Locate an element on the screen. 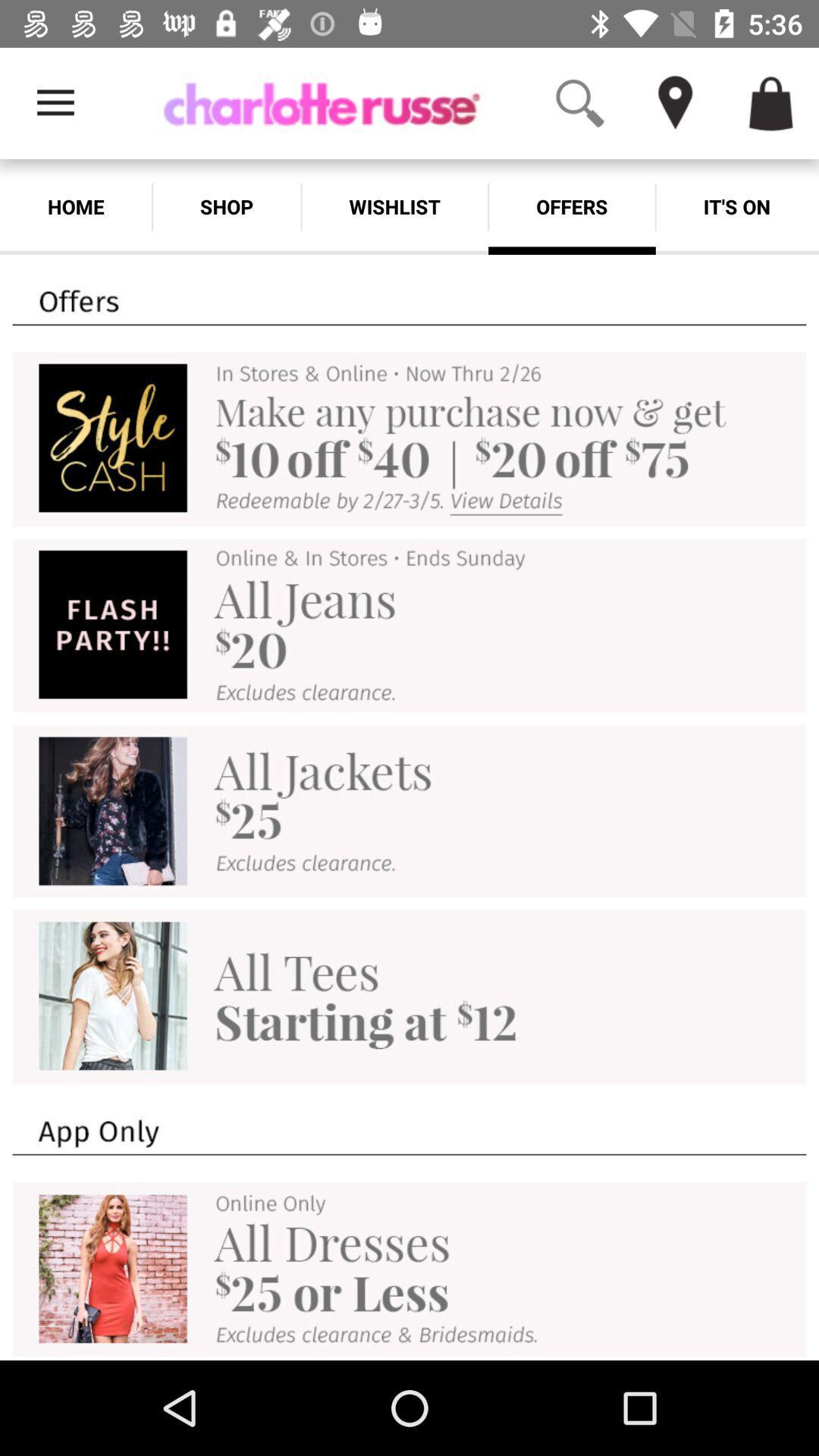 The height and width of the screenshot is (1456, 819). the app to the right of shop item is located at coordinates (394, 206).